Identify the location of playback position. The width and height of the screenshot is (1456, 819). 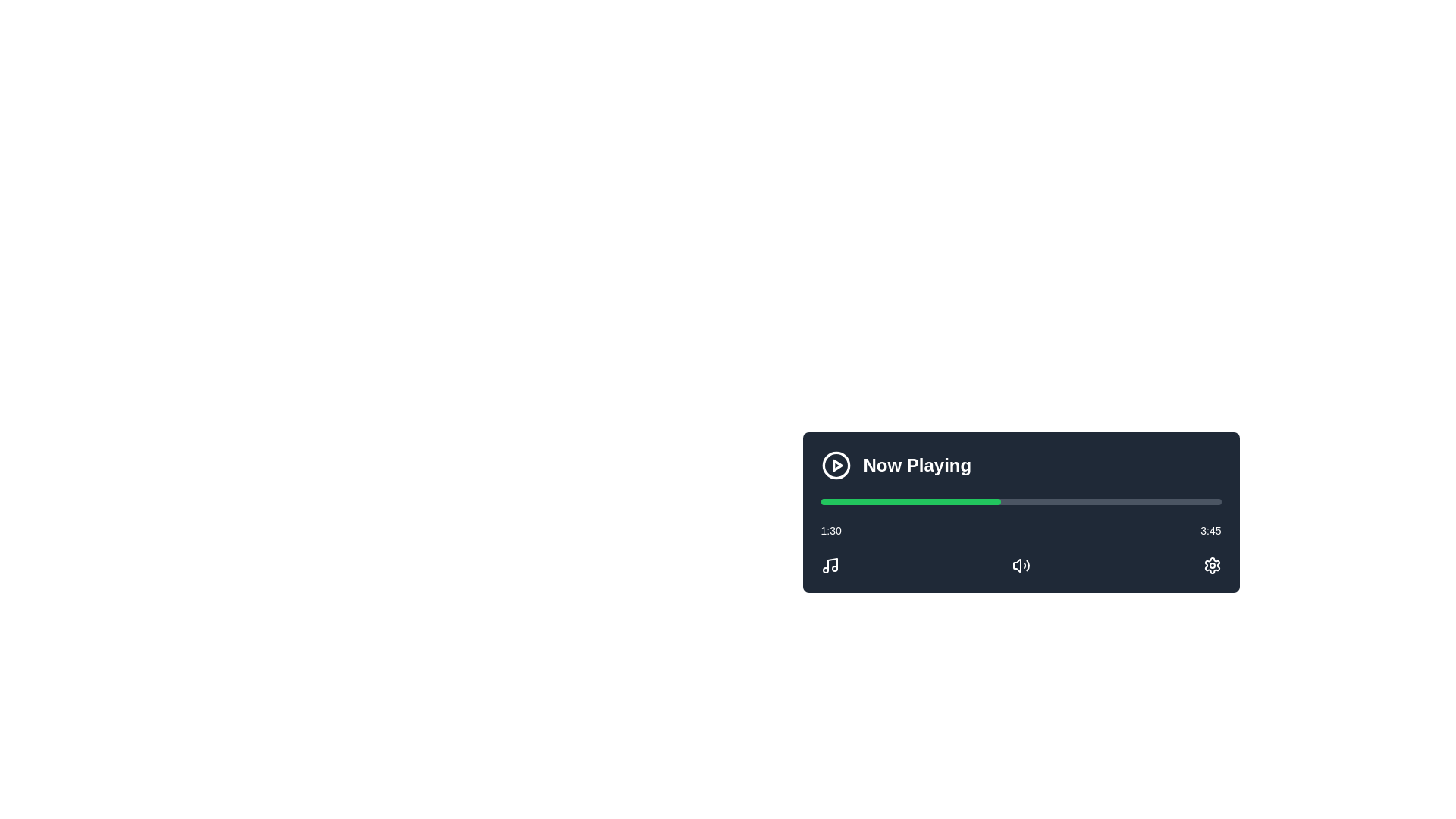
(1001, 502).